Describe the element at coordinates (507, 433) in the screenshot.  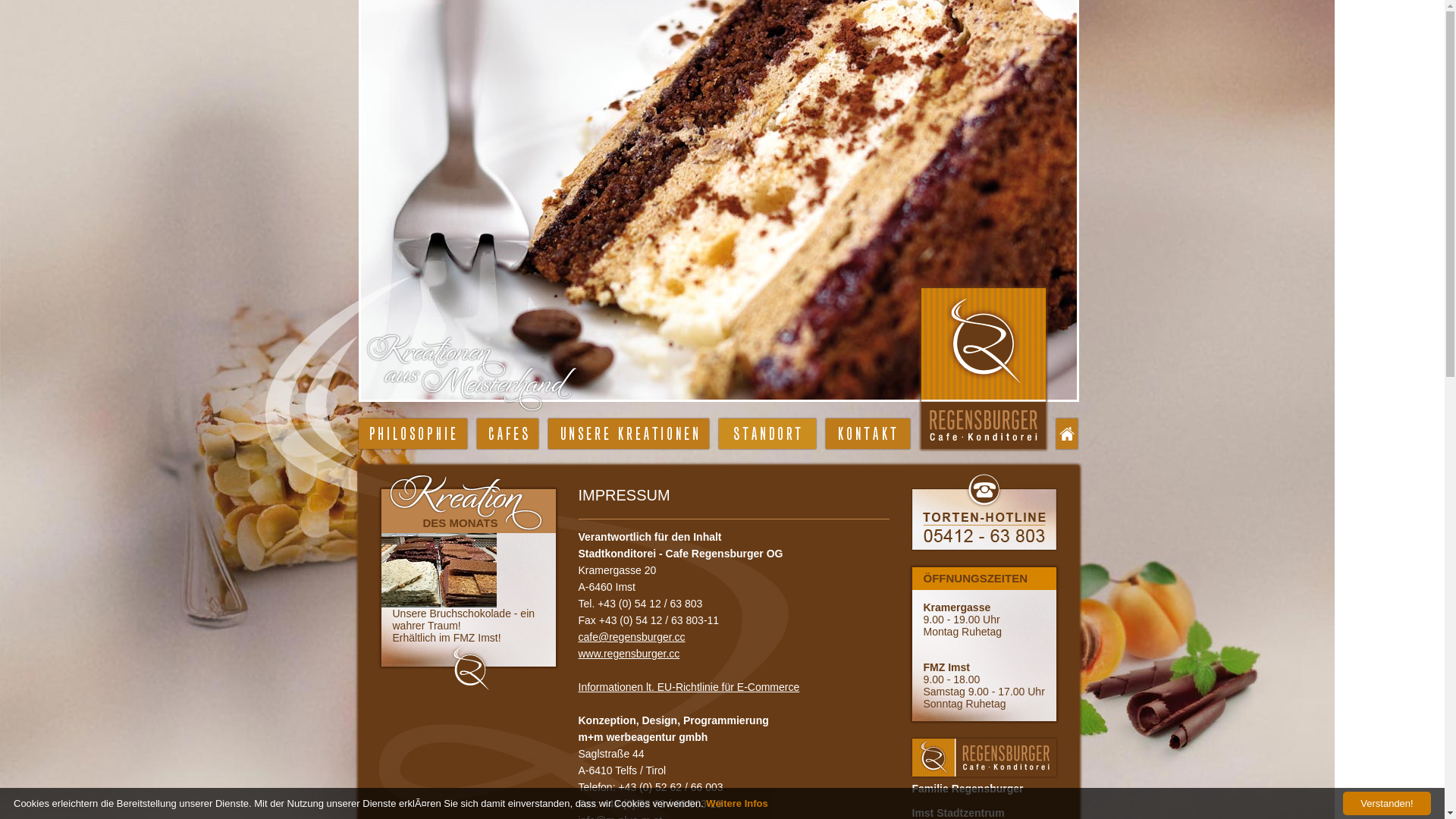
I see `'CAFES'` at that location.